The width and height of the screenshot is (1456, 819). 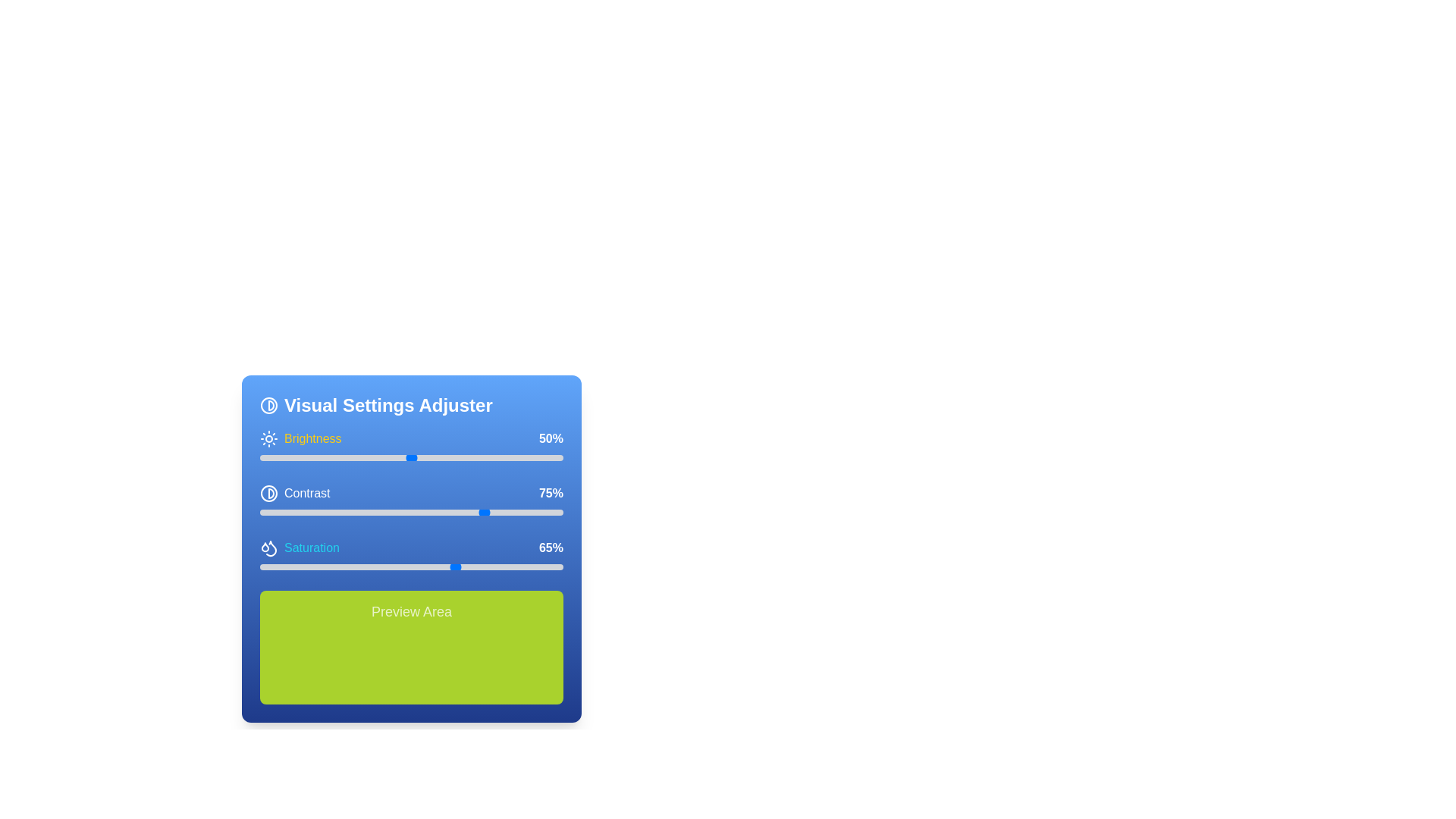 What do you see at coordinates (532, 512) in the screenshot?
I see `contrast` at bounding box center [532, 512].